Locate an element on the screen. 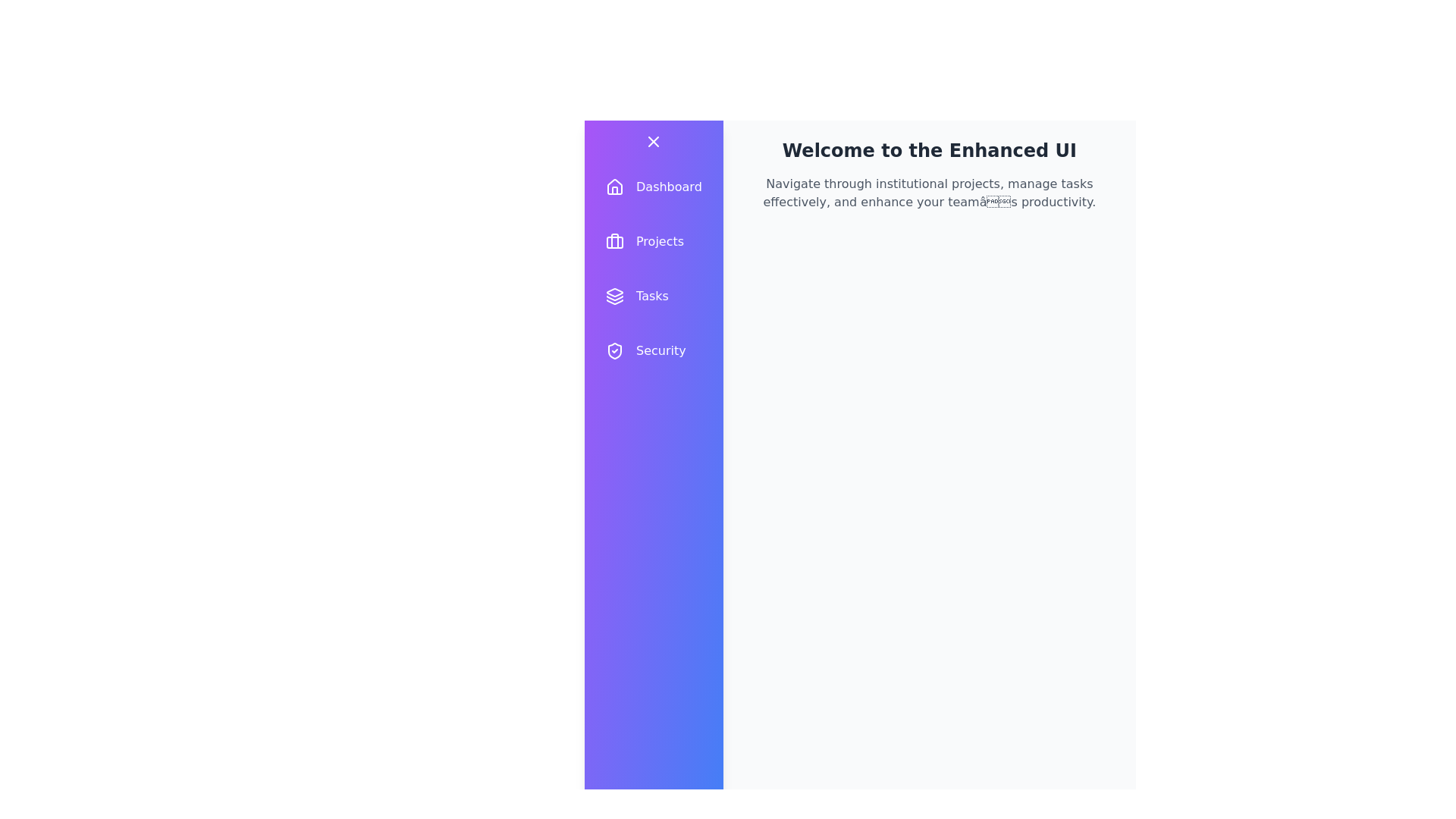 The height and width of the screenshot is (819, 1456). the small briefcase icon with a purple background located in the vertical menu bar, positioned directly to the left of the text 'Projects' is located at coordinates (615, 241).